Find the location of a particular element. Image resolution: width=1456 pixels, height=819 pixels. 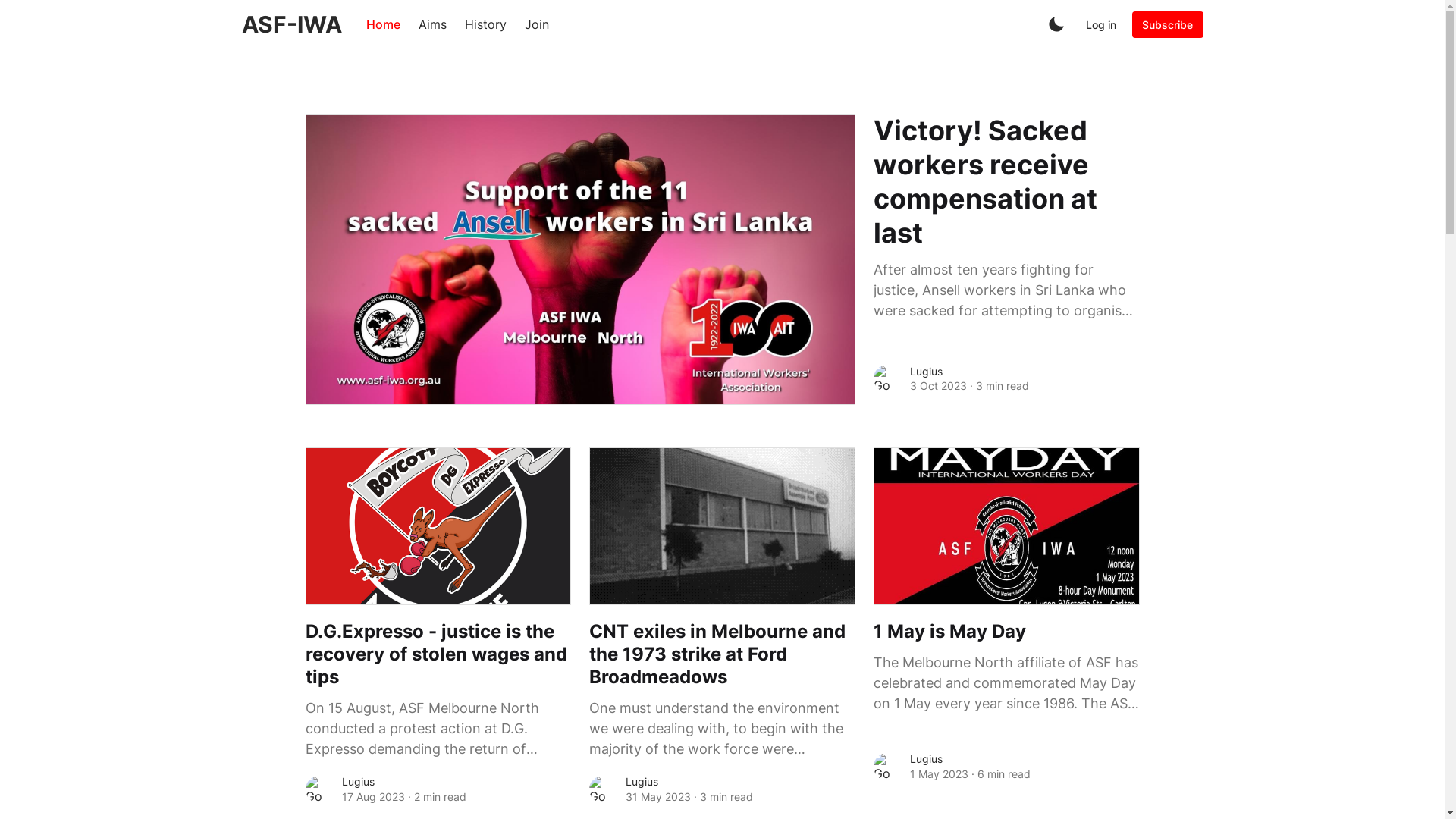

'Aims' is located at coordinates (431, 24).